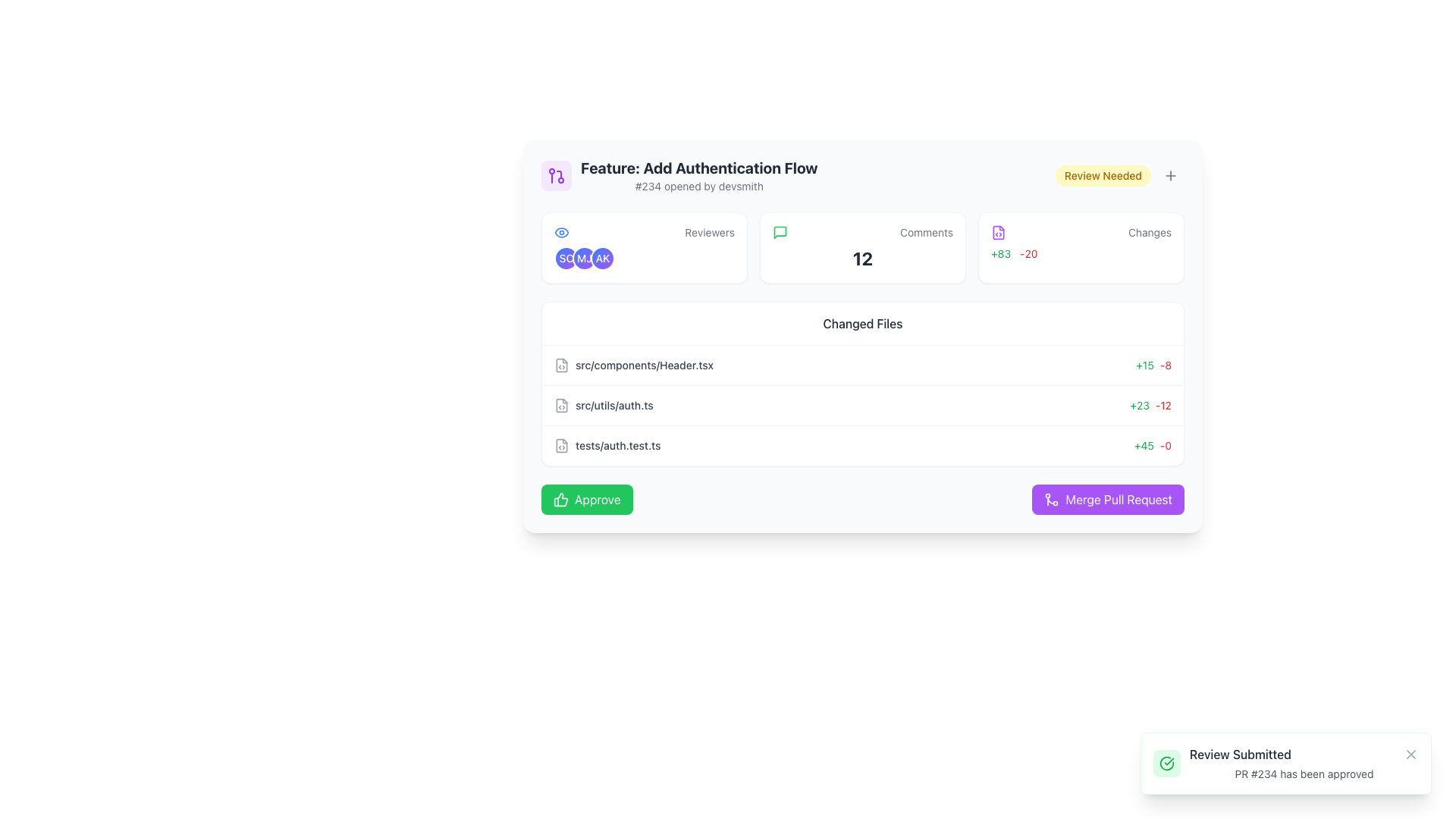  What do you see at coordinates (862, 405) in the screenshot?
I see `the second file entry` at bounding box center [862, 405].